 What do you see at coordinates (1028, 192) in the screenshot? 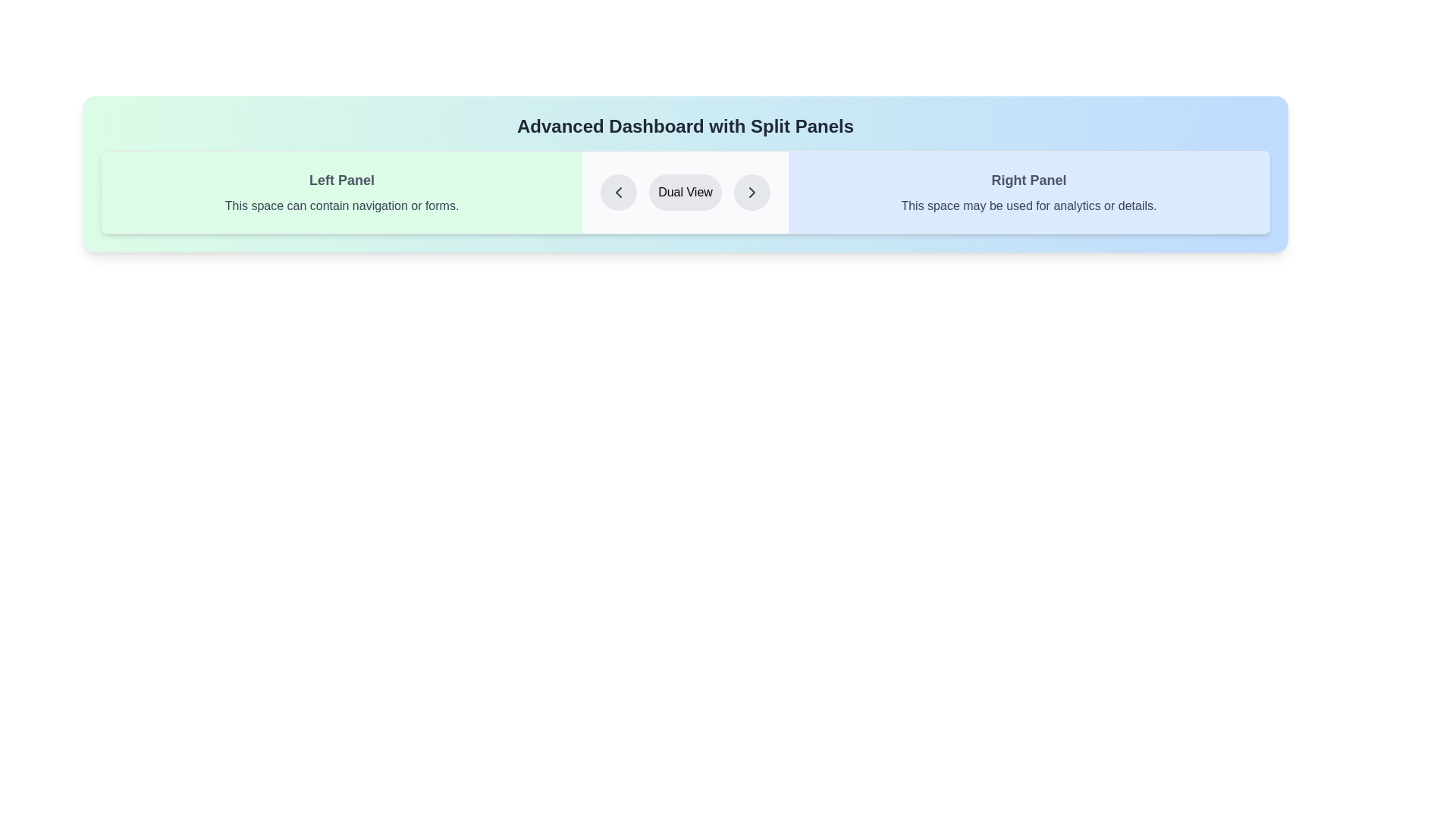
I see `information presented in the blue 'Right Panel' section of the dual-panel dashboard layout` at bounding box center [1028, 192].